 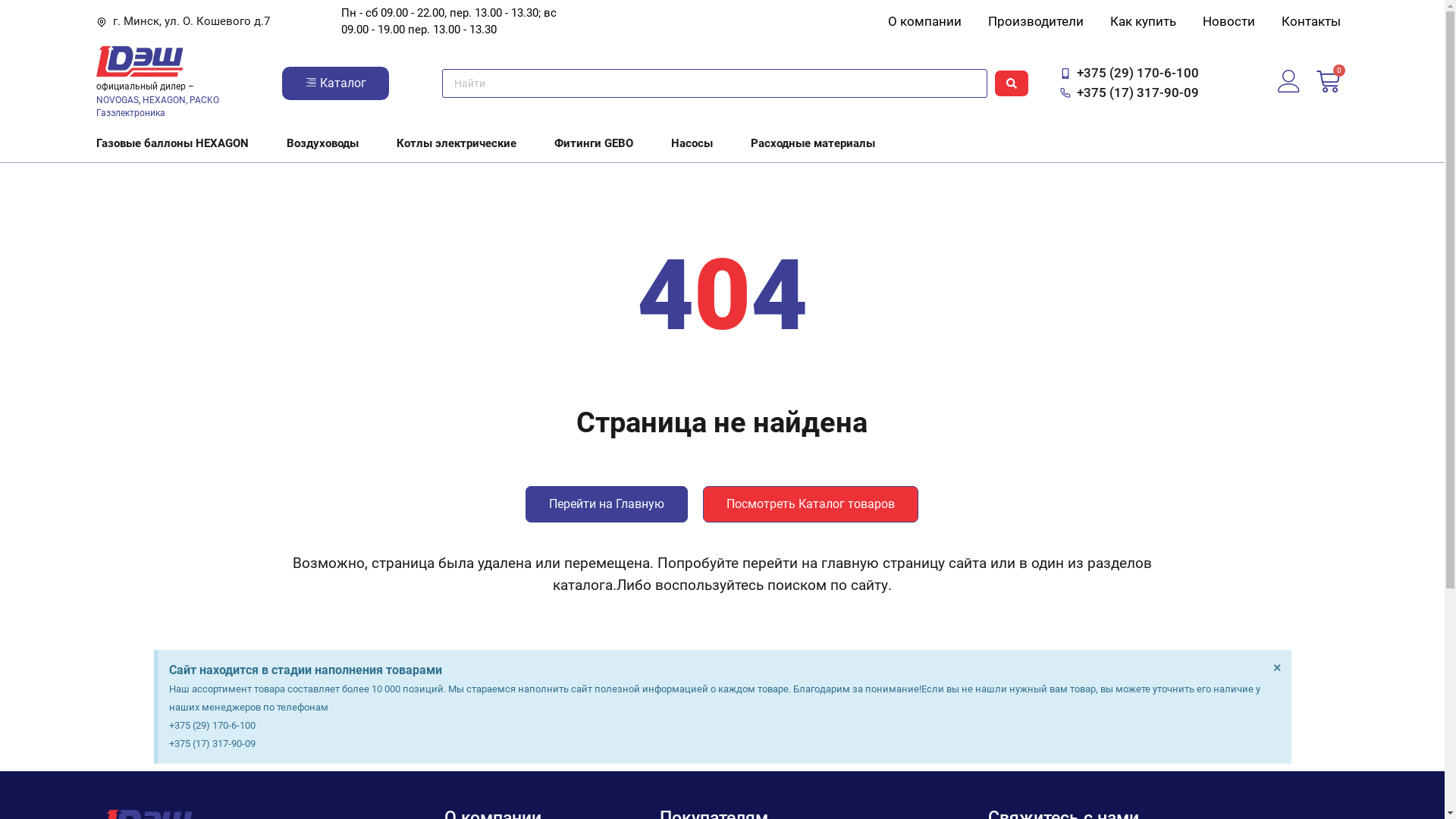 I want to click on '0', so click(x=1327, y=83).